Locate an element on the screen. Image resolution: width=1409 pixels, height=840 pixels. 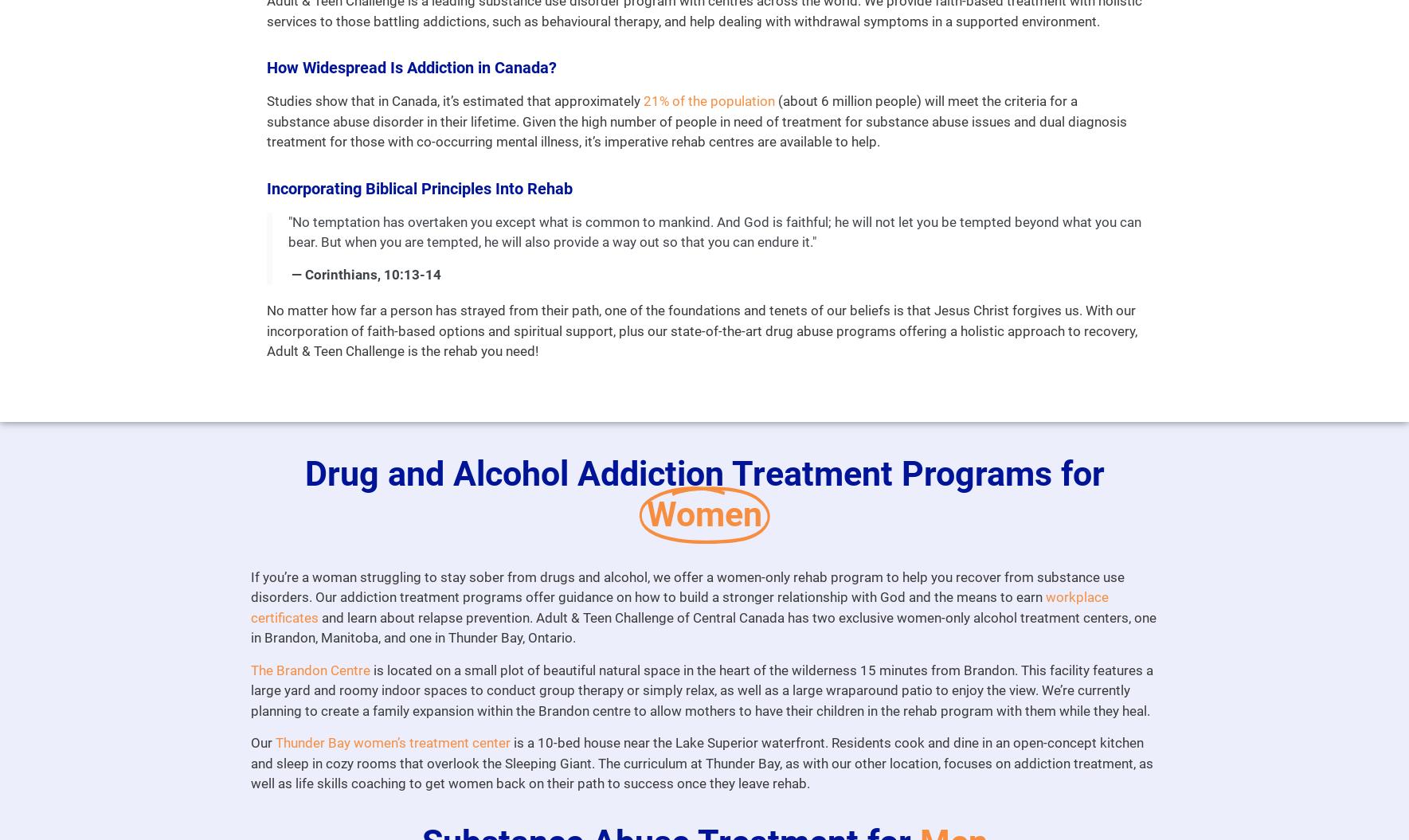
'is a 10-bed house near the Lake Superior waterfront. Residents cook and dine in an open-concept kitchen and sleep in cozy rooms that overlook the Sleeping Giant. The curriculum at Thunder Bay, as with our other location, focuses on addiction treatment, as well as life skills coaching to get women back on their path to success once they leave rehab.' is located at coordinates (700, 763).